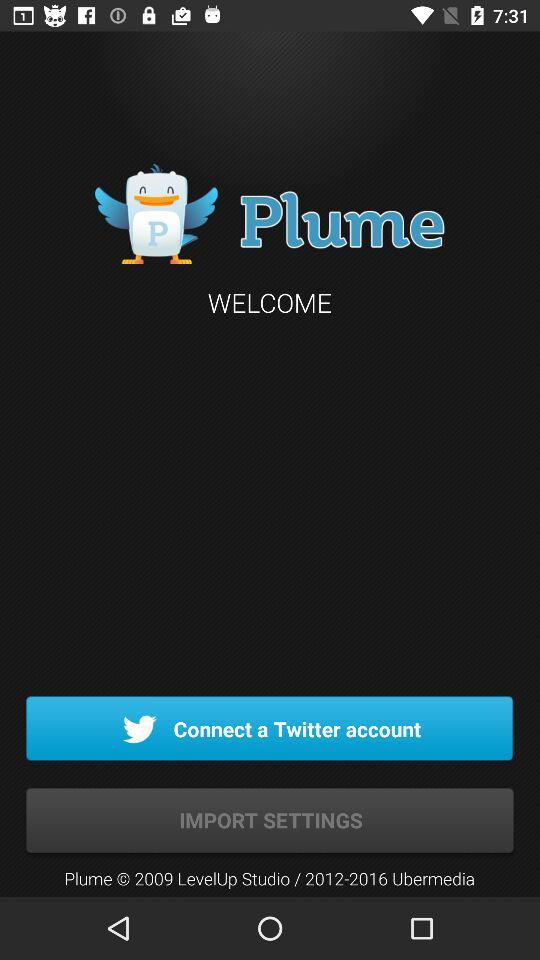  I want to click on the import settings icon, so click(270, 821).